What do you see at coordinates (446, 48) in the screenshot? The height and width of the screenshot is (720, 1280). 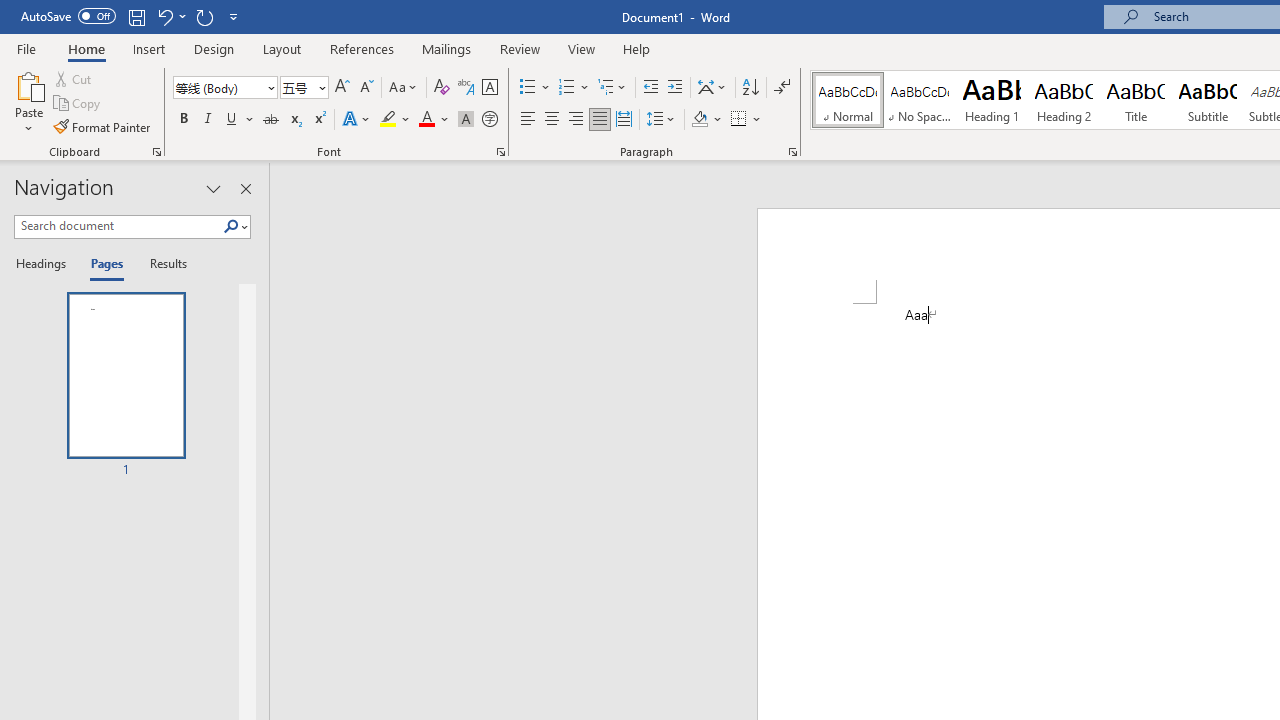 I see `'Mailings'` at bounding box center [446, 48].